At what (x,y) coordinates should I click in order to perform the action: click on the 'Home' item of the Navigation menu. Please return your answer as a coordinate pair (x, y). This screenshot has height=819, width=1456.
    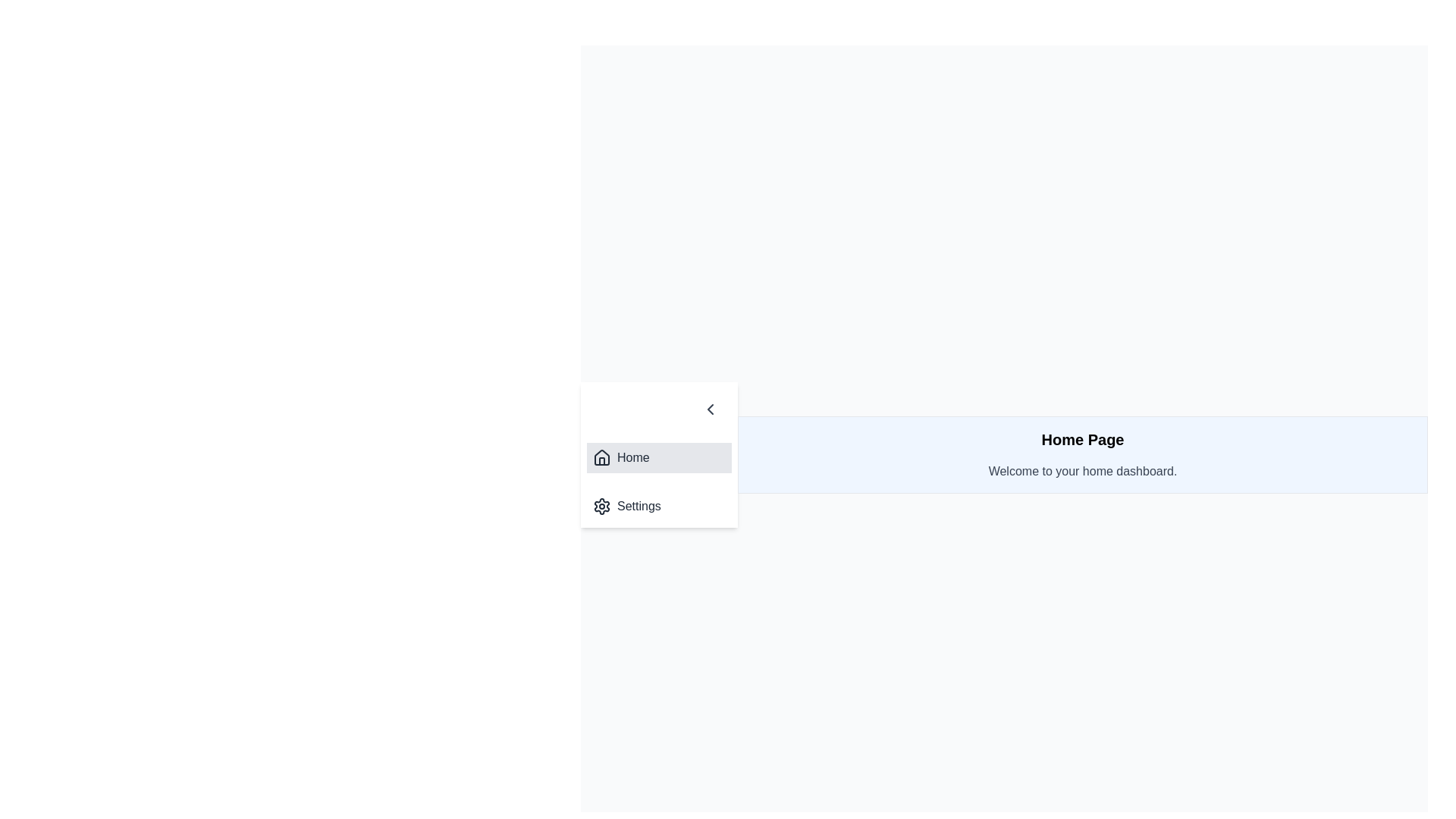
    Looking at the image, I should click on (659, 482).